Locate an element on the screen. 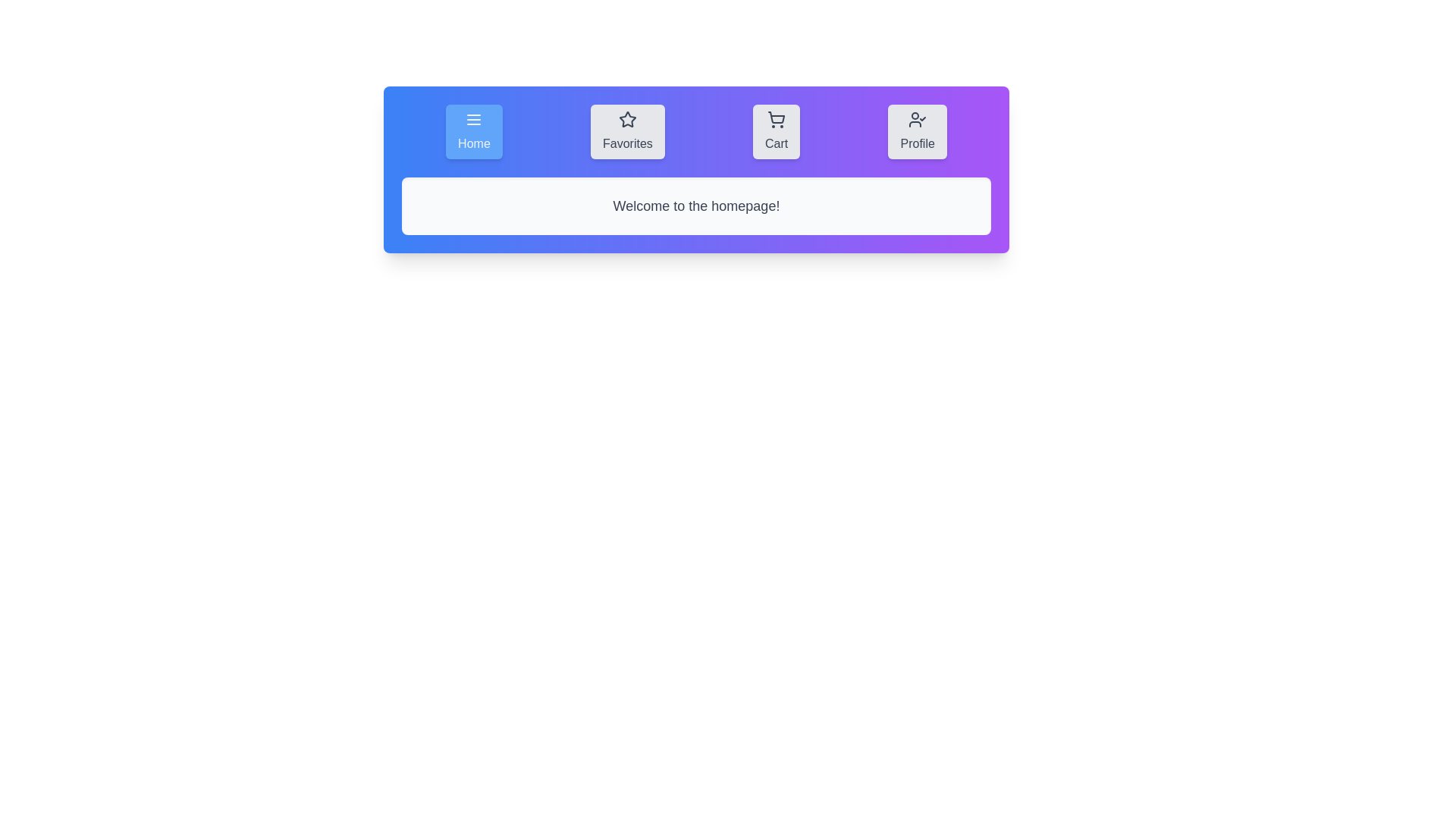 The height and width of the screenshot is (819, 1456). the 'Favorites' text label in the navigation bar, which is located centrally below the star icon and between the 'Home' and 'Cart' options is located at coordinates (627, 143).